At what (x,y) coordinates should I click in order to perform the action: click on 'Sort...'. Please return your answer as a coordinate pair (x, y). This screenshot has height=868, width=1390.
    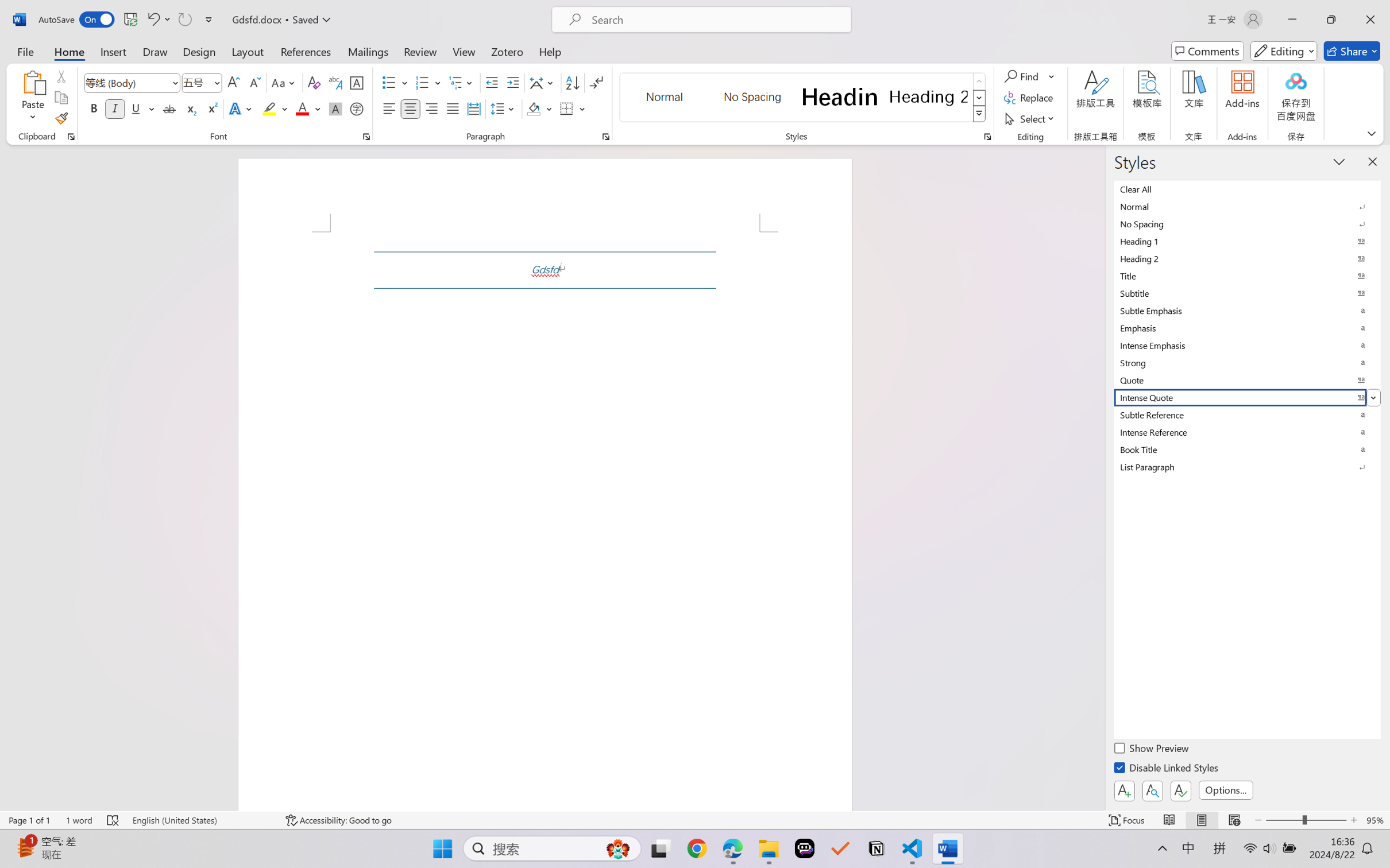
    Looking at the image, I should click on (572, 83).